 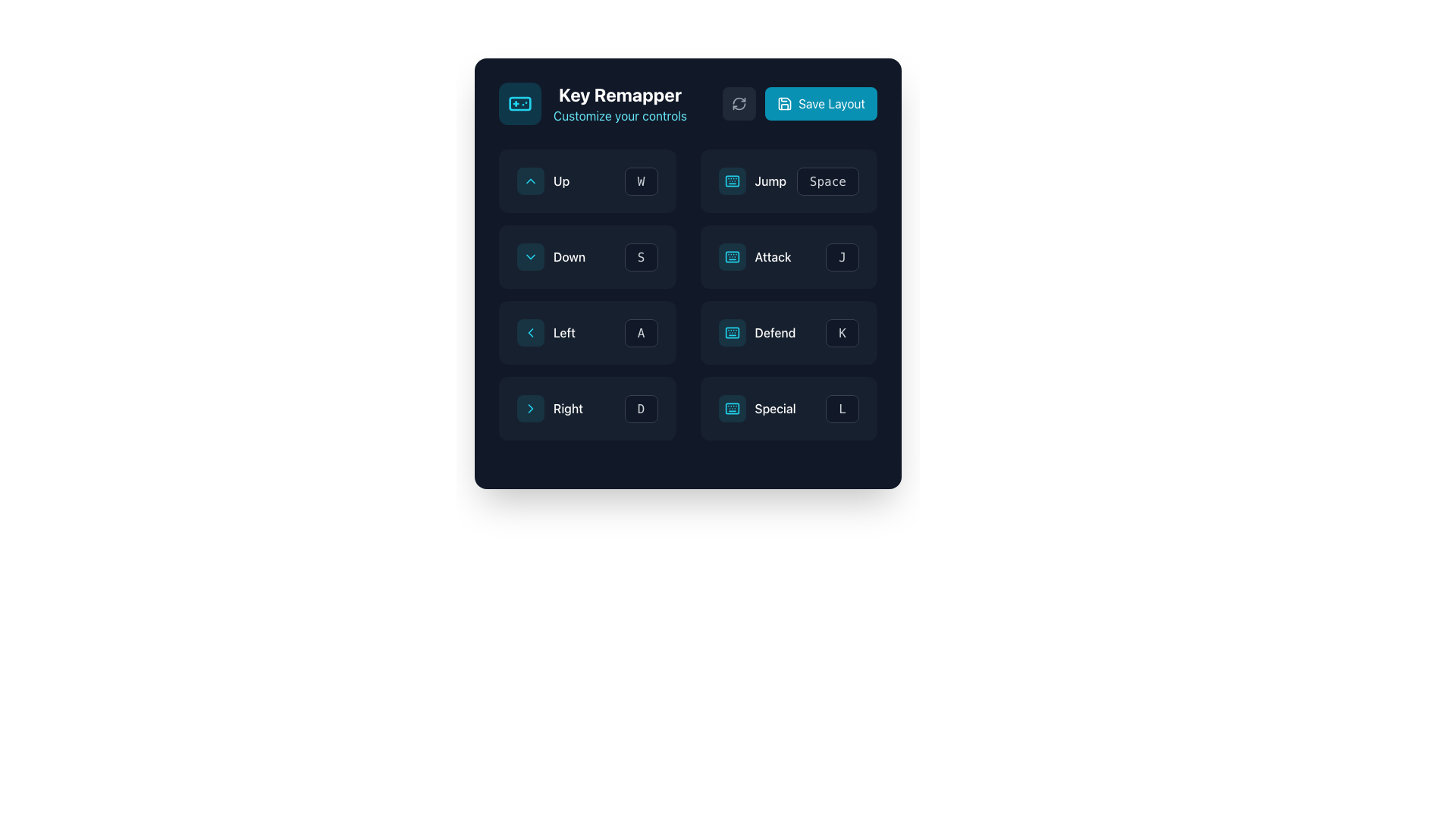 I want to click on the triangular-shaped arrow icon with a cyan outline that points upwards, located in the top-left quadrant of the interface, part of the 'Up' grouping in a 2x4 grid layout, so click(x=531, y=180).